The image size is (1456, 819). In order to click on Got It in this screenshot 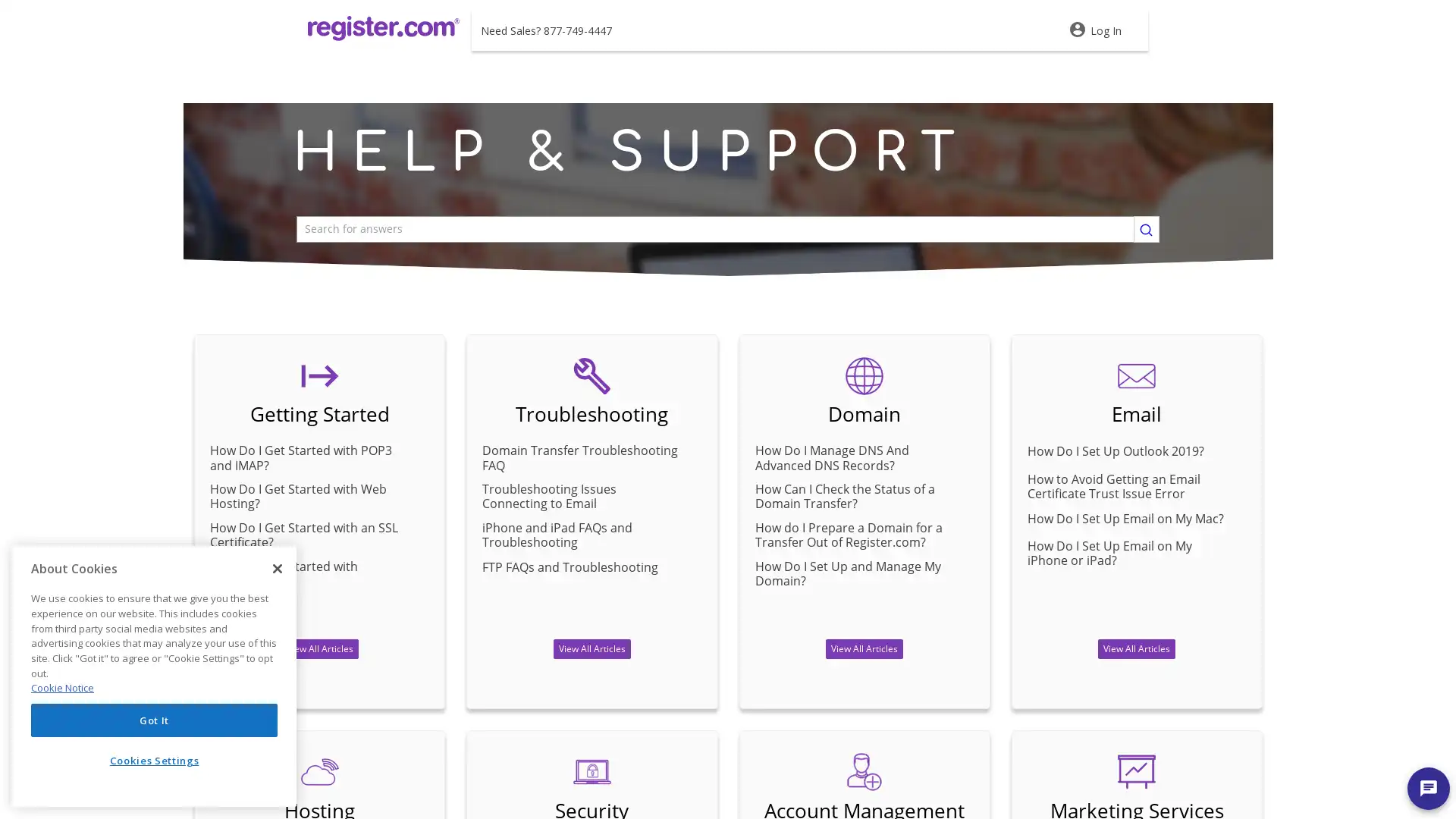, I will do `click(154, 719)`.